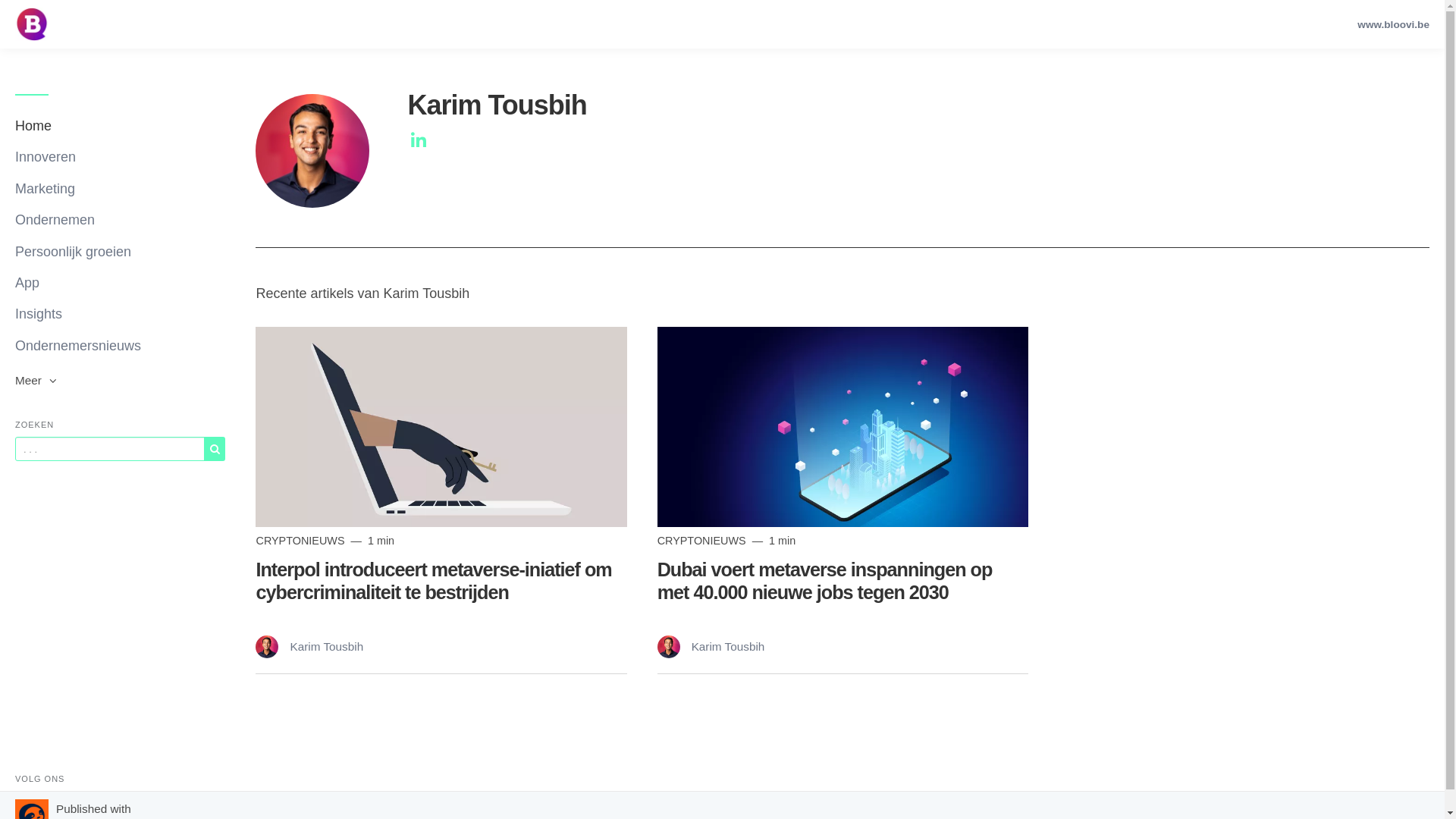 Image resolution: width=1456 pixels, height=819 pixels. I want to click on 'Ondernemen', so click(119, 220).